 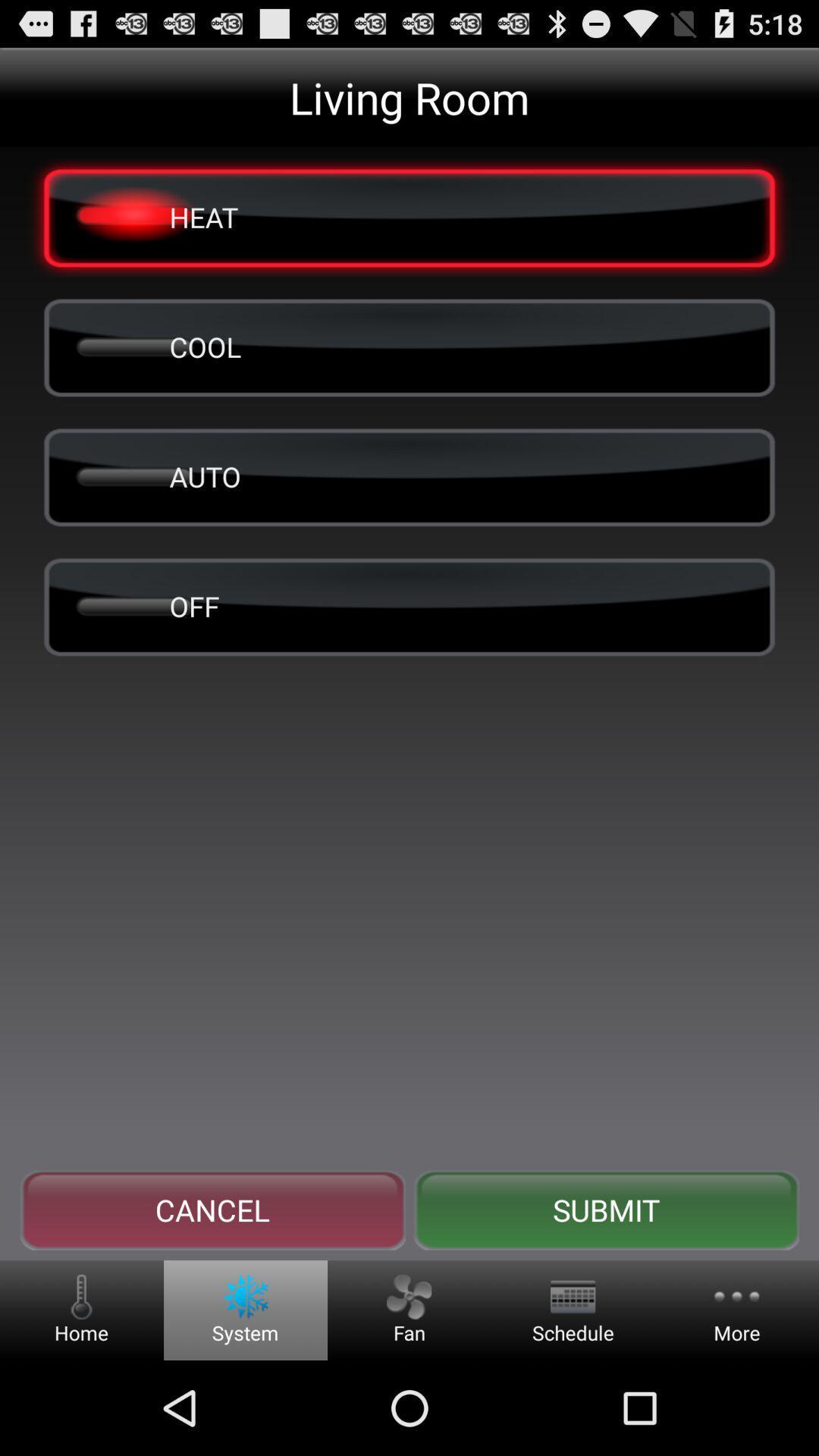 I want to click on heat item, so click(x=409, y=216).